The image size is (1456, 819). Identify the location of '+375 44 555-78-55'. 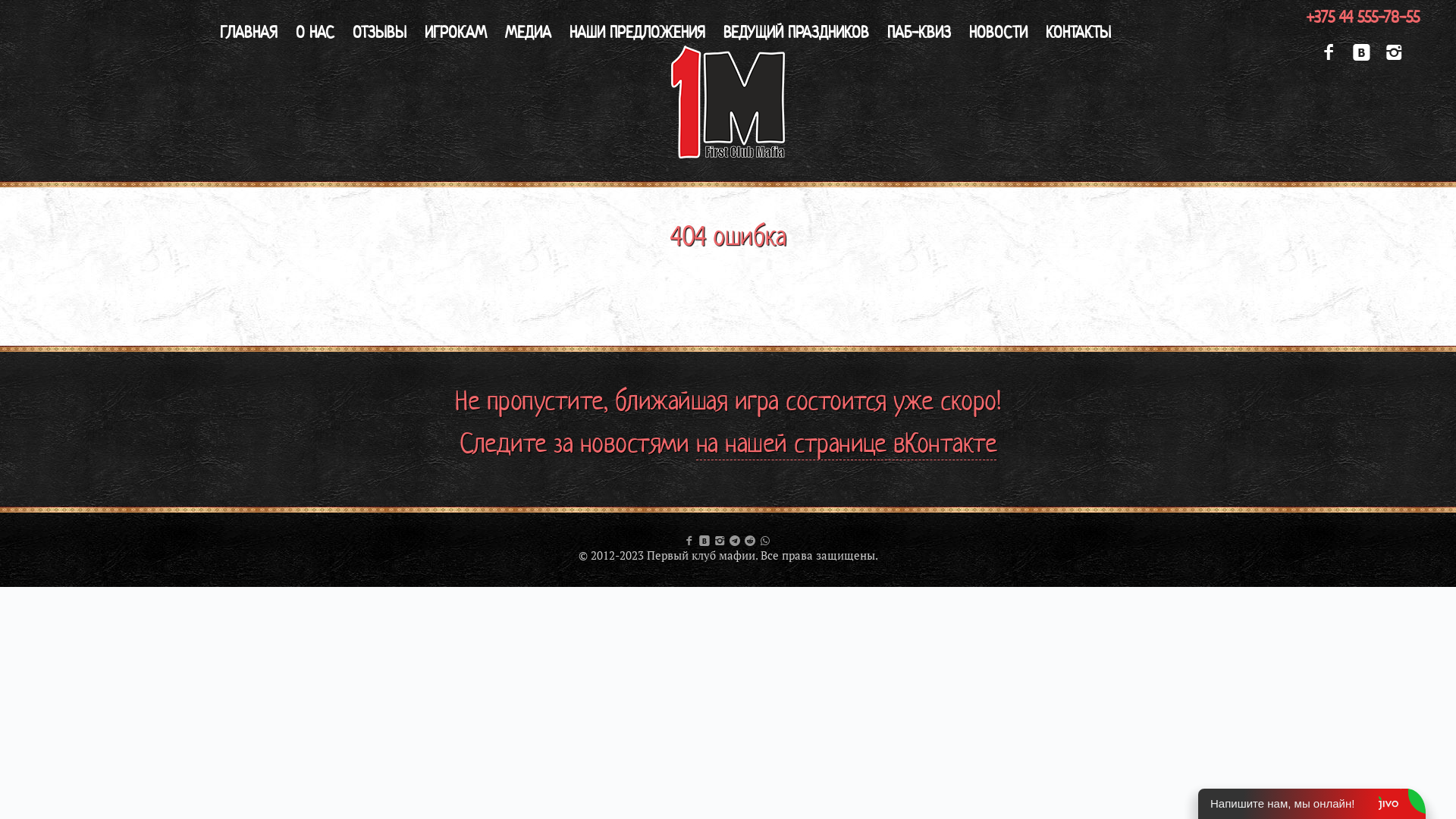
(1363, 17).